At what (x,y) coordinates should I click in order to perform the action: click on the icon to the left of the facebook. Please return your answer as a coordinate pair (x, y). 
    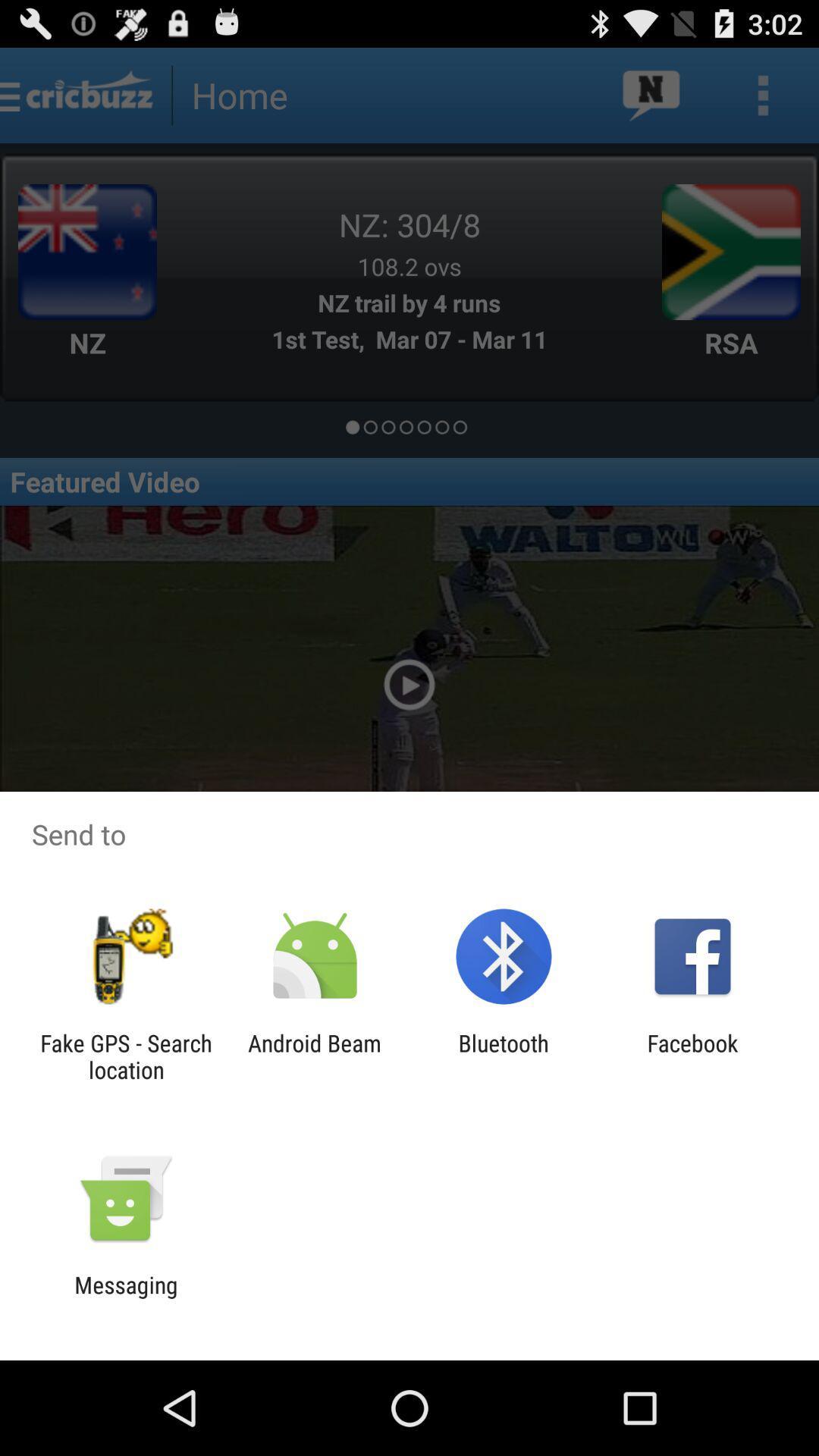
    Looking at the image, I should click on (504, 1056).